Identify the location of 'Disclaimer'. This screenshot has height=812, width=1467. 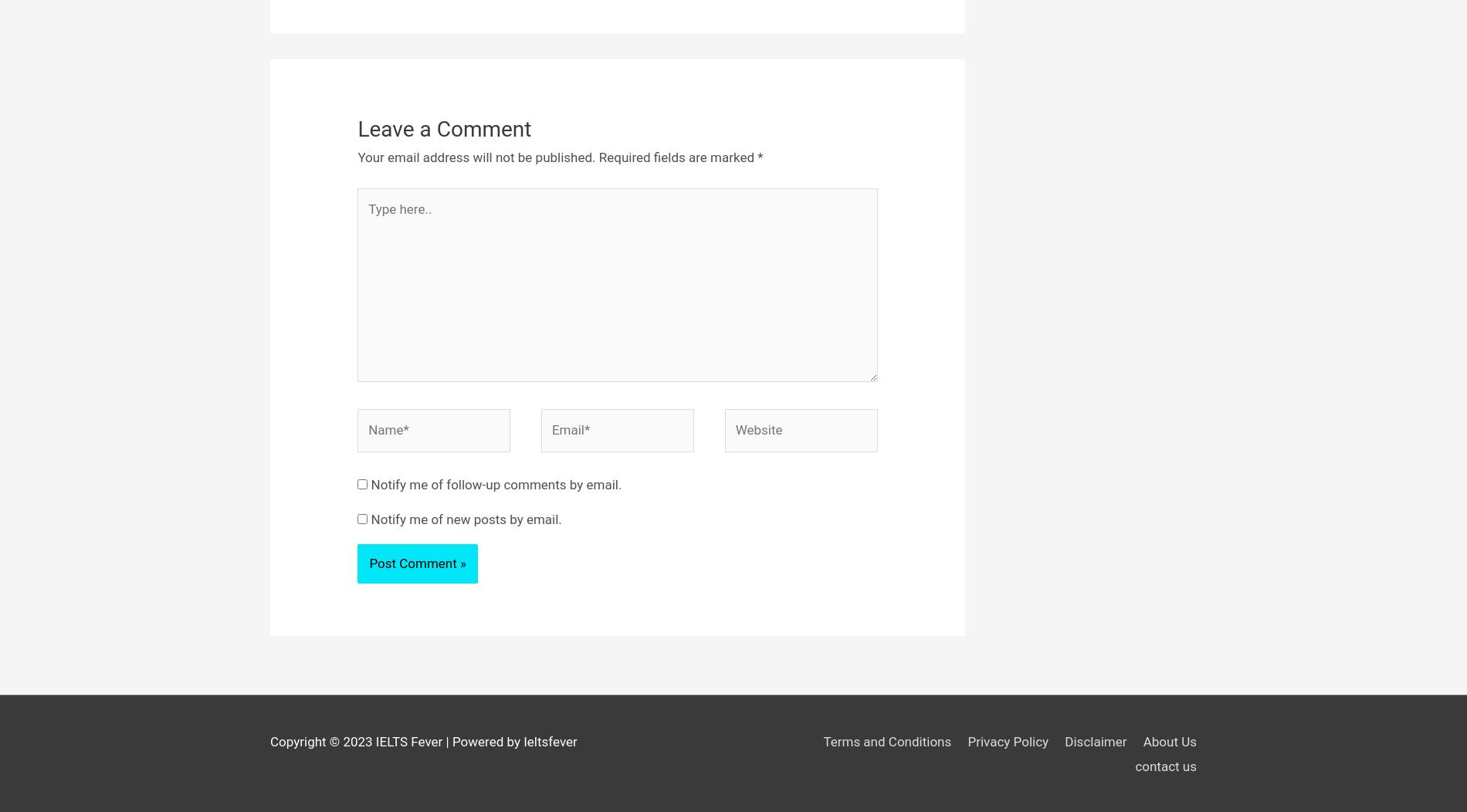
(1094, 741).